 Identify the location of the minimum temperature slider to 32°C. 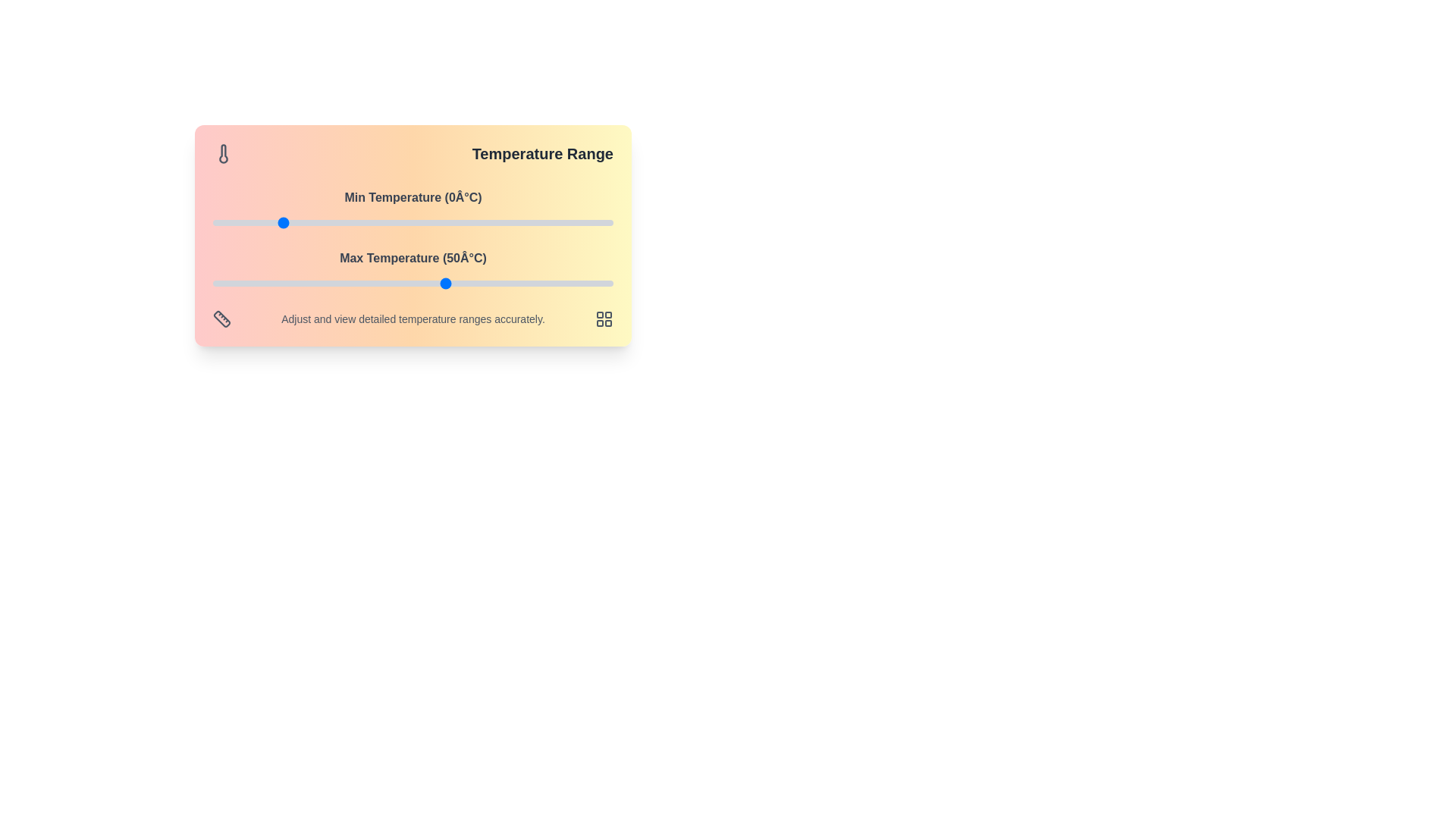
(386, 222).